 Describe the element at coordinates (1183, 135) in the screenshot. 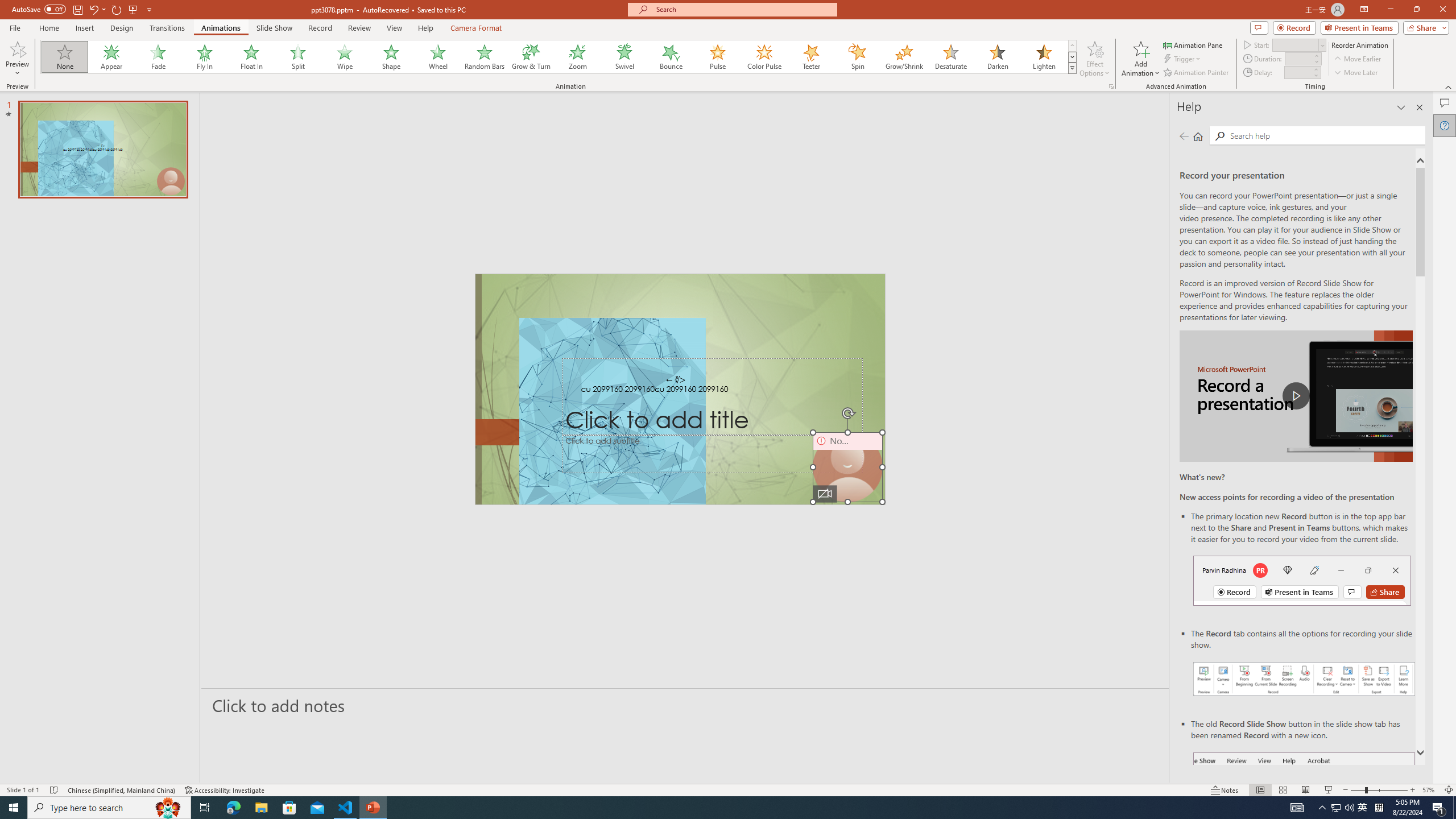

I see `'Previous page'` at that location.